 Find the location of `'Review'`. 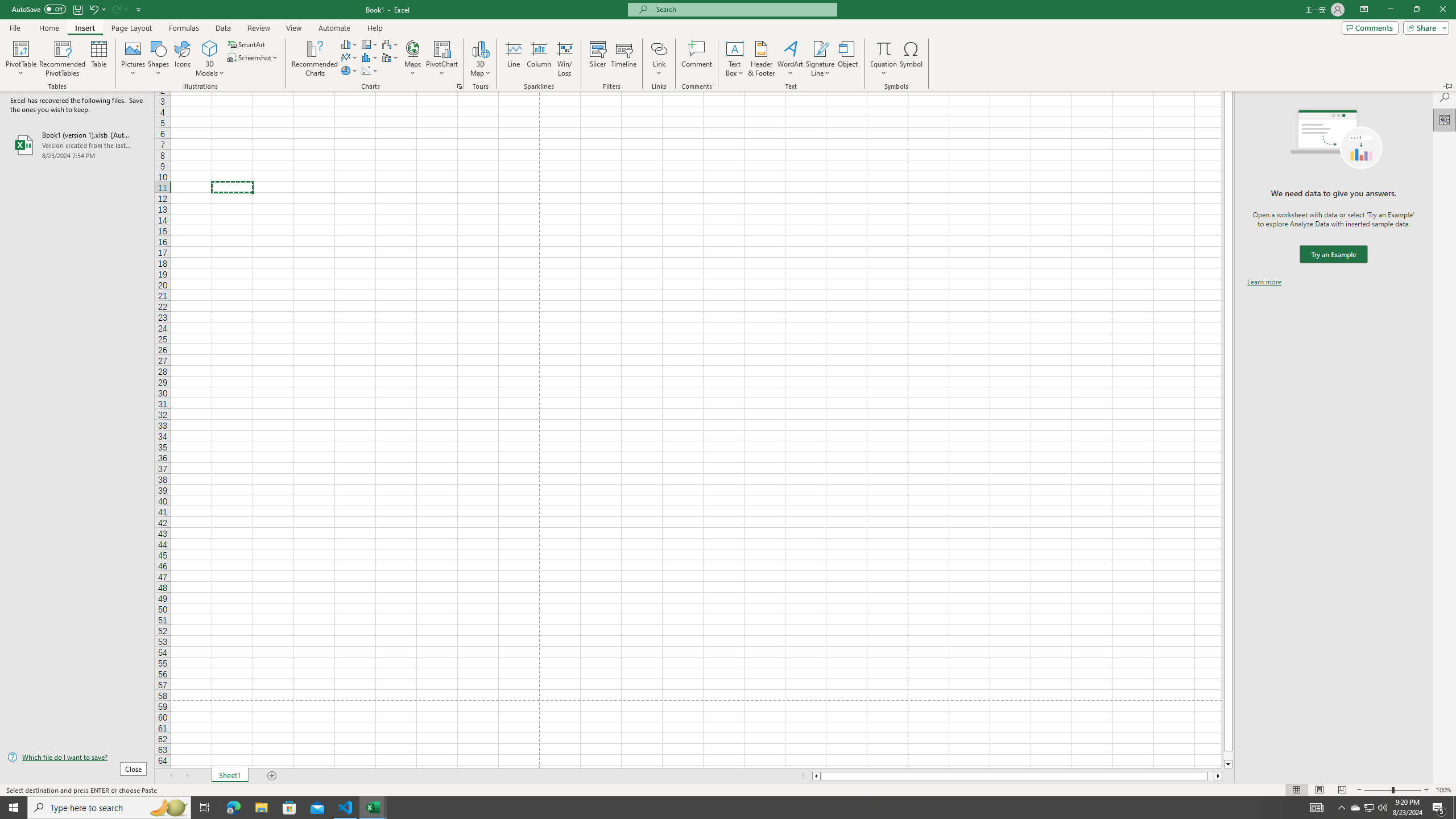

'Review' is located at coordinates (258, 28).